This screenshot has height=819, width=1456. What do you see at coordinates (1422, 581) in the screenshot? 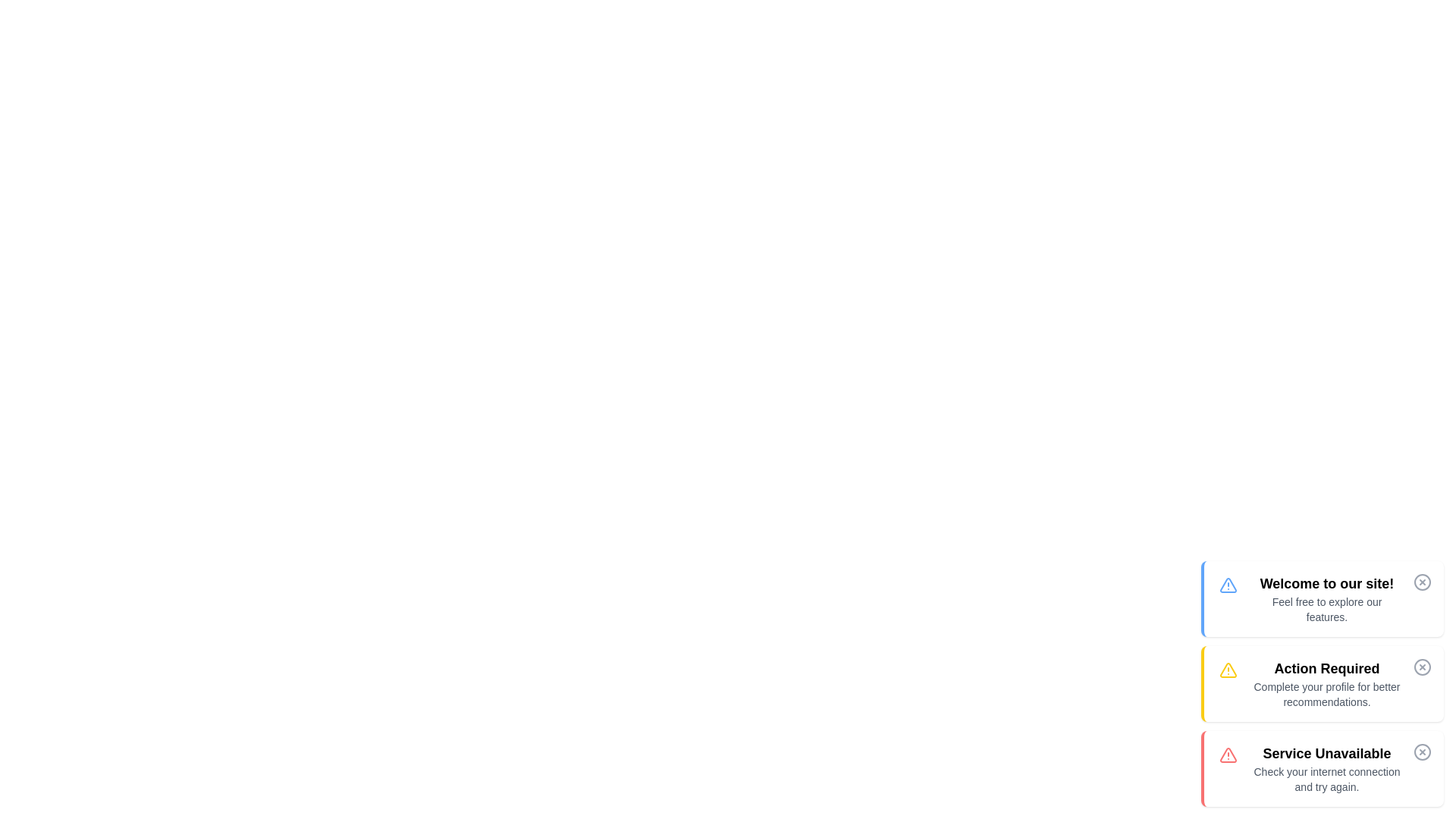
I see `the circular SVG graphic component located in the top-right corner of the 'Welcome to our site!' card, which symbolizes a close or cancel action` at bounding box center [1422, 581].